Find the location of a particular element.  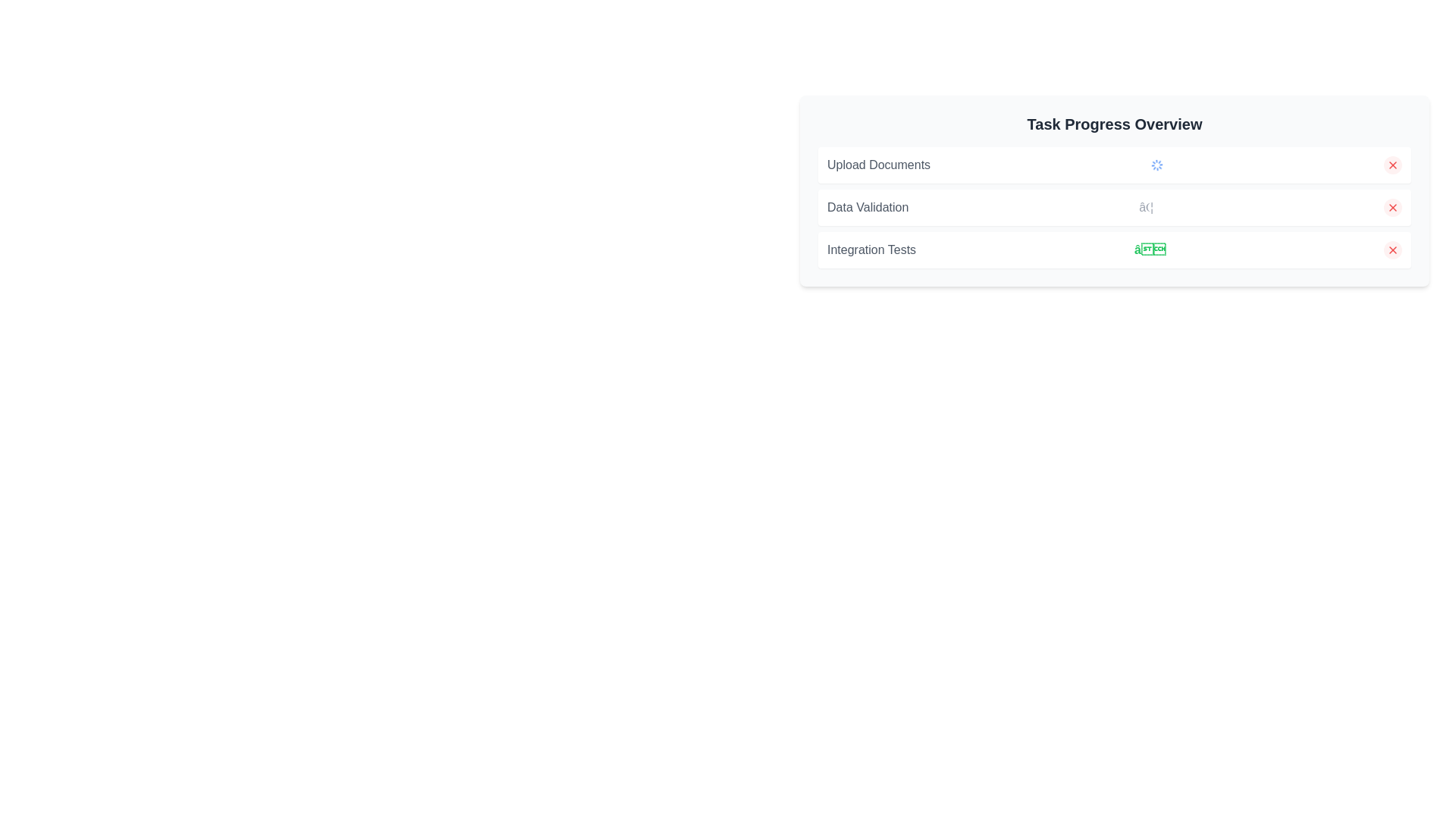

the static text label displaying 'Integration Tests' located in the third row of the 'Task Progress Overview' card is located at coordinates (871, 249).